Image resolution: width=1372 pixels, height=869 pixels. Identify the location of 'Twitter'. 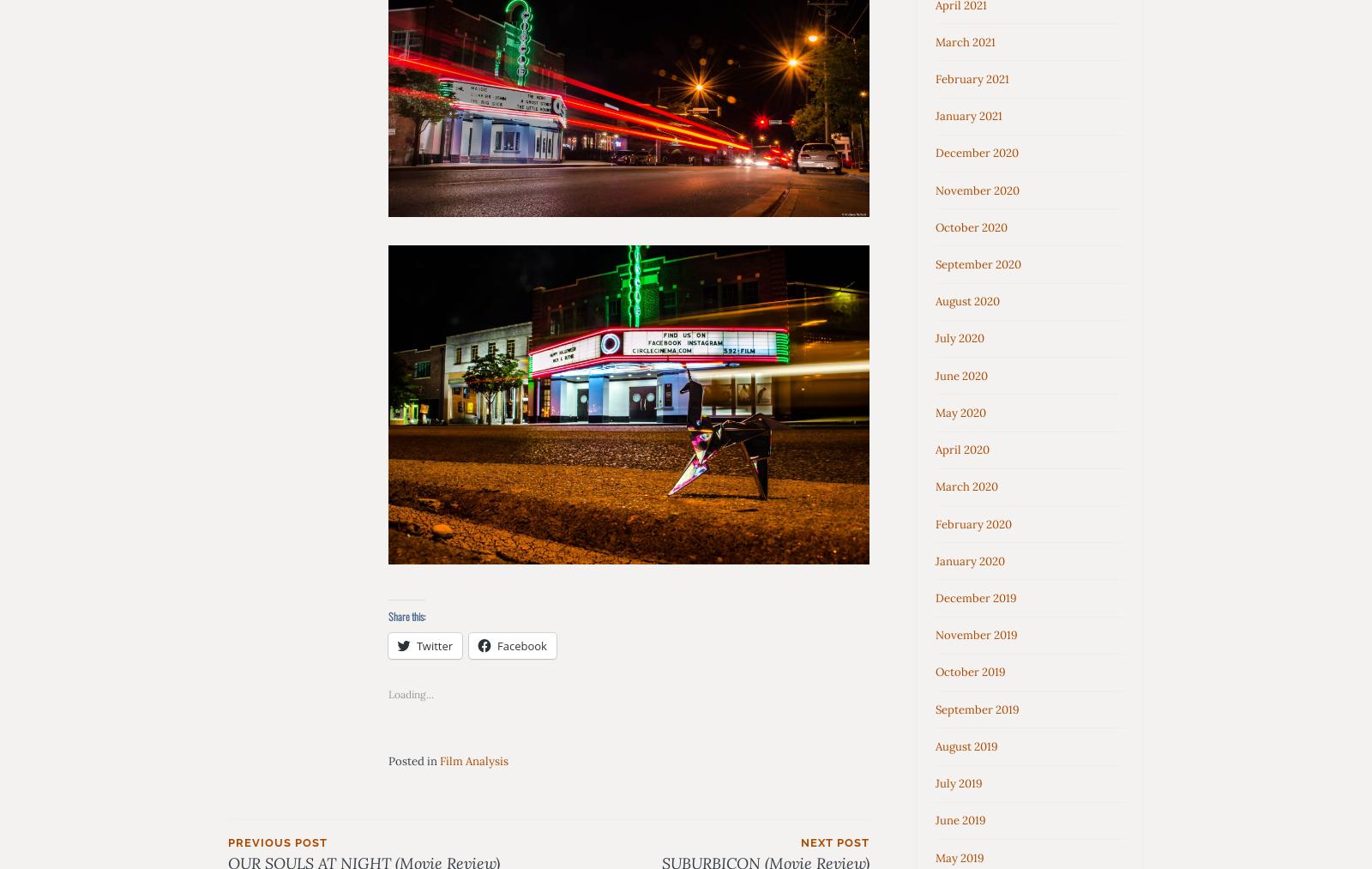
(433, 645).